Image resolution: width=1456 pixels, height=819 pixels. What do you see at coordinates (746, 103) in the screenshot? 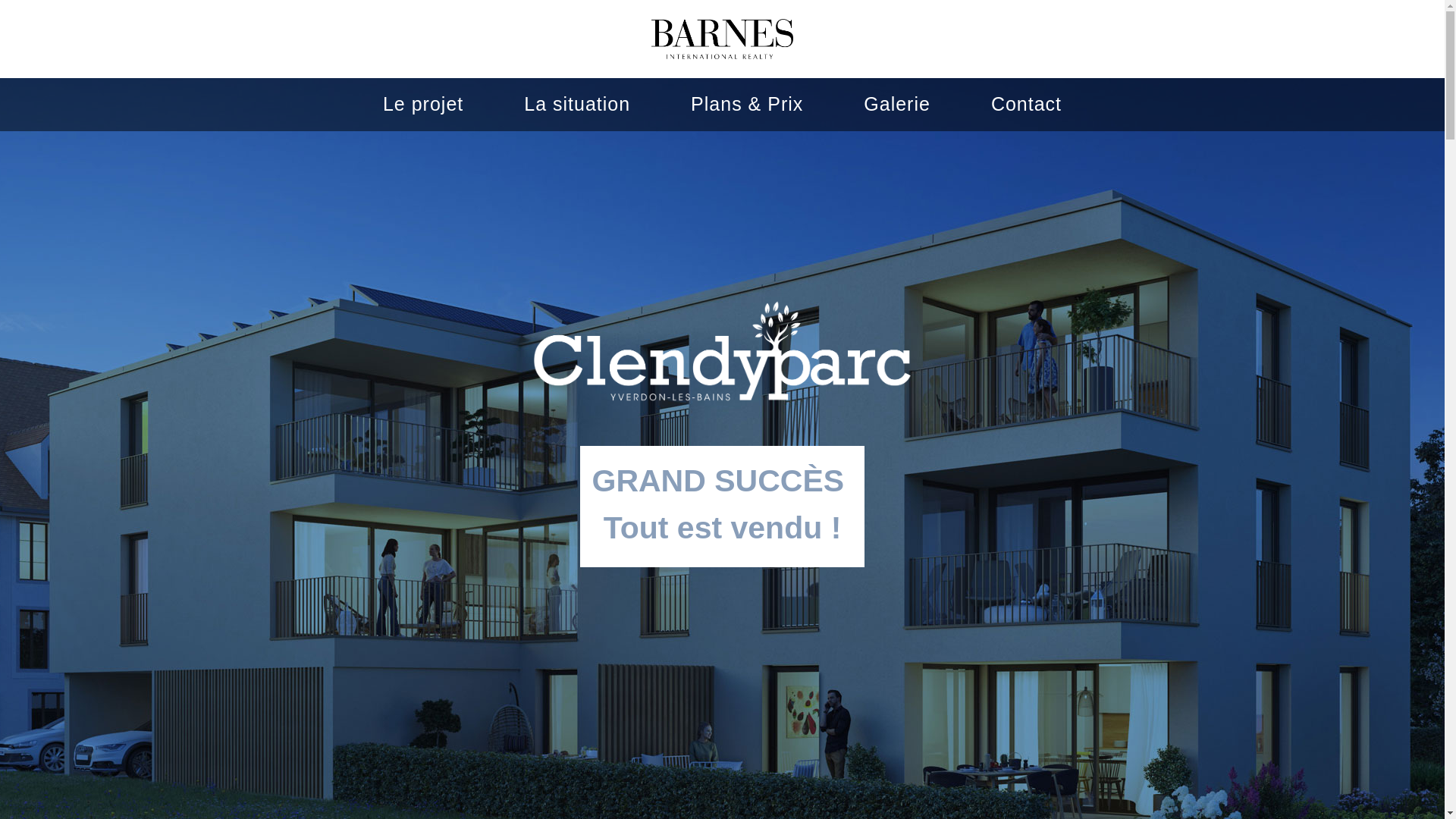
I see `'Plans & Prix'` at bounding box center [746, 103].